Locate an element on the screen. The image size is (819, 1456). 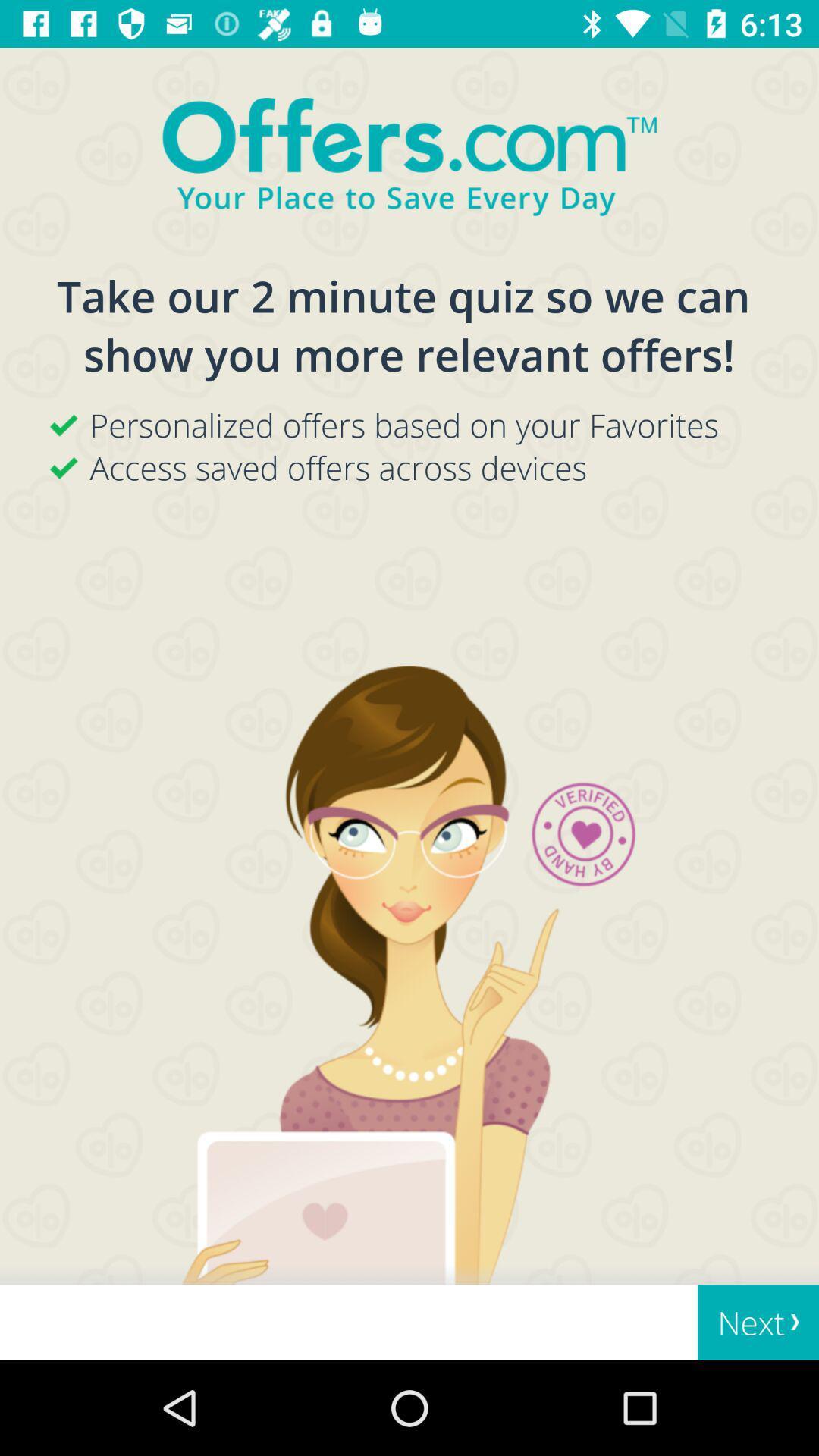
next at the bottom right corner is located at coordinates (758, 1322).